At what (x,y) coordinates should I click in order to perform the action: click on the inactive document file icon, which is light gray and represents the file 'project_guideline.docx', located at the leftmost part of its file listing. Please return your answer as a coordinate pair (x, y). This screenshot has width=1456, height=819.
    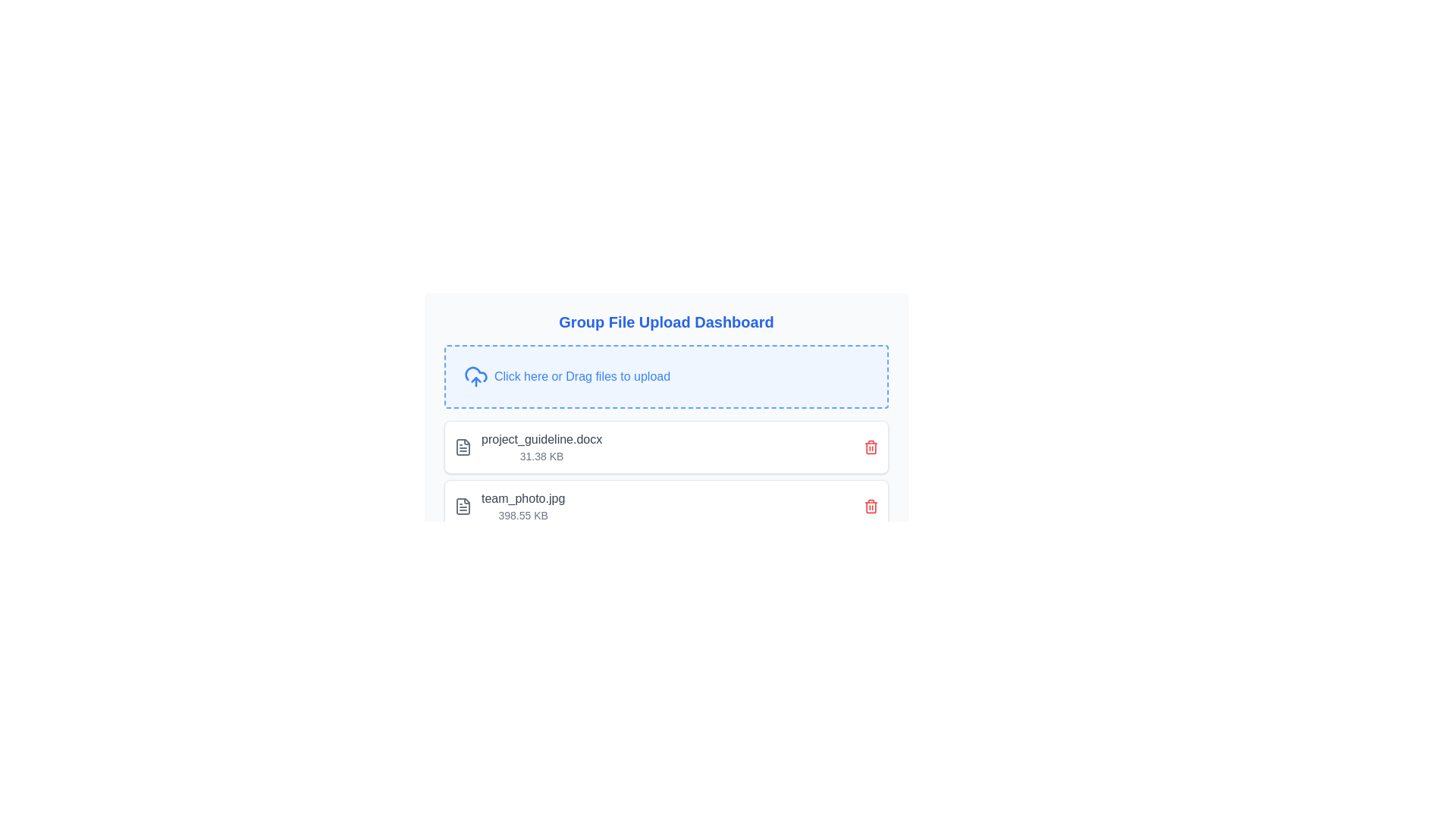
    Looking at the image, I should click on (462, 447).